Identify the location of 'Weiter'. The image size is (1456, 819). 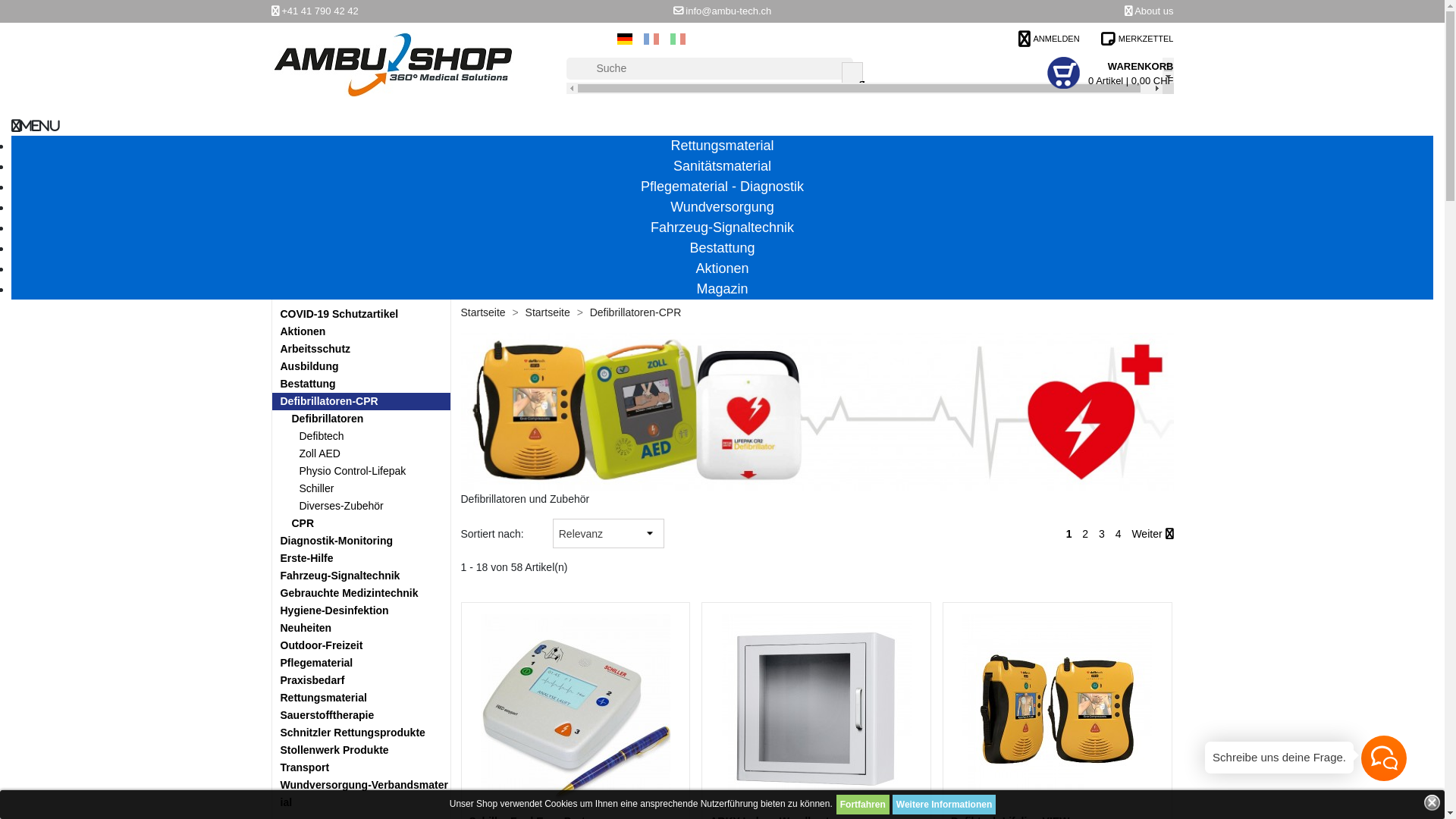
(1152, 533).